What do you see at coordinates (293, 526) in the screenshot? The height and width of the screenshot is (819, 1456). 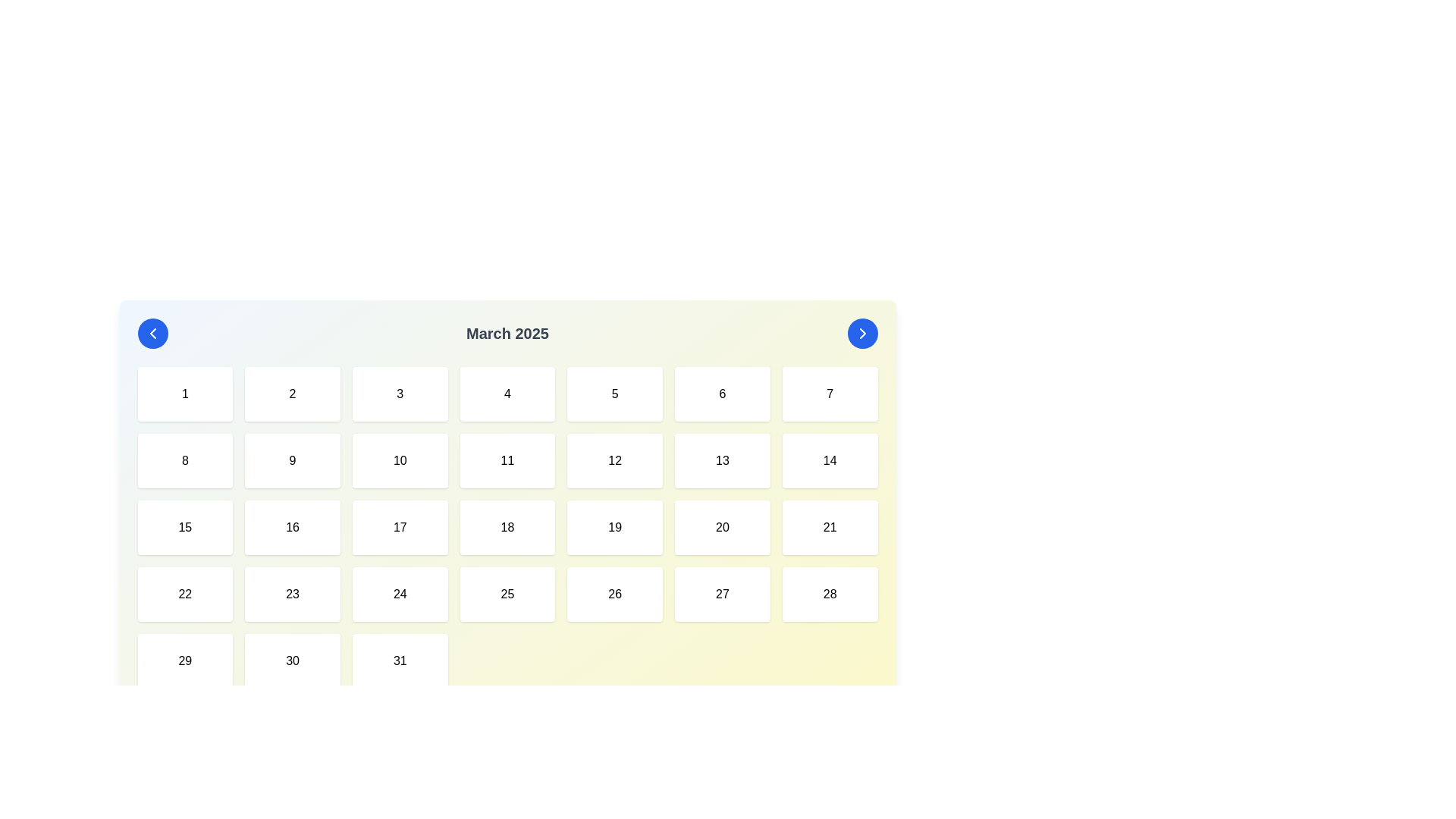 I see `the square-shaped button with the number '16' centered inside` at bounding box center [293, 526].